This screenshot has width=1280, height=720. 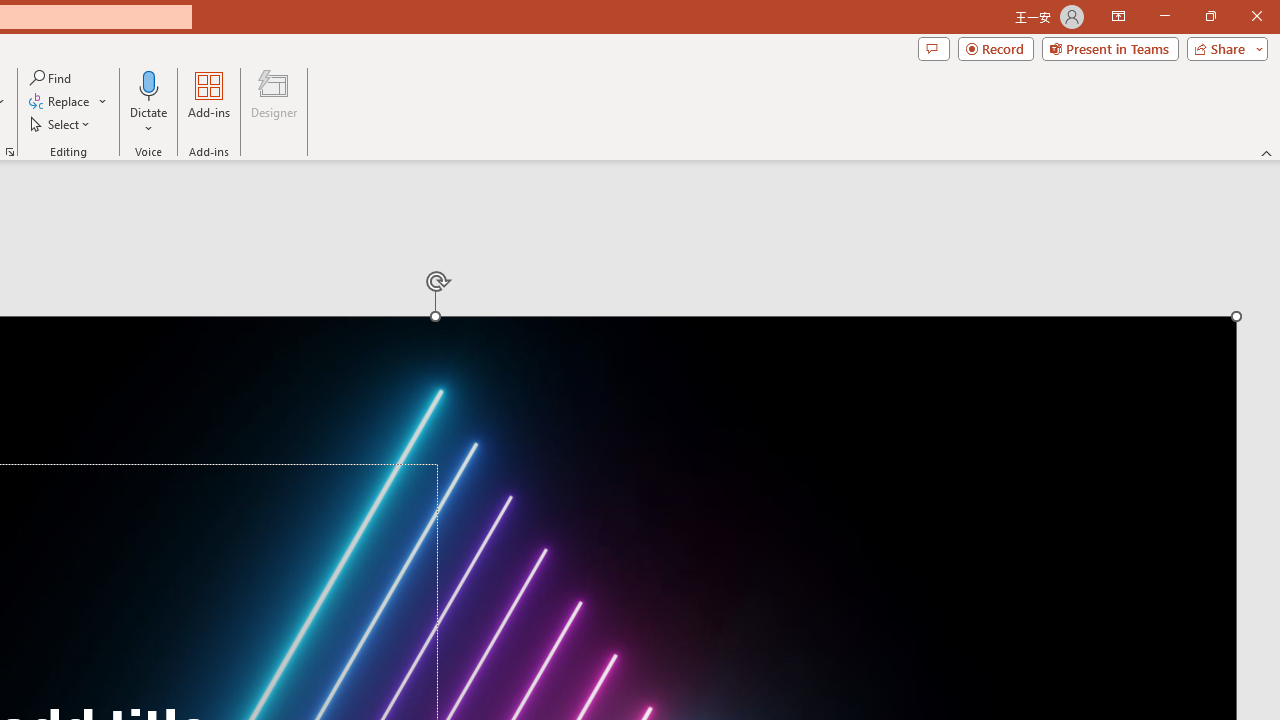 What do you see at coordinates (148, 84) in the screenshot?
I see `'Dictate'` at bounding box center [148, 84].